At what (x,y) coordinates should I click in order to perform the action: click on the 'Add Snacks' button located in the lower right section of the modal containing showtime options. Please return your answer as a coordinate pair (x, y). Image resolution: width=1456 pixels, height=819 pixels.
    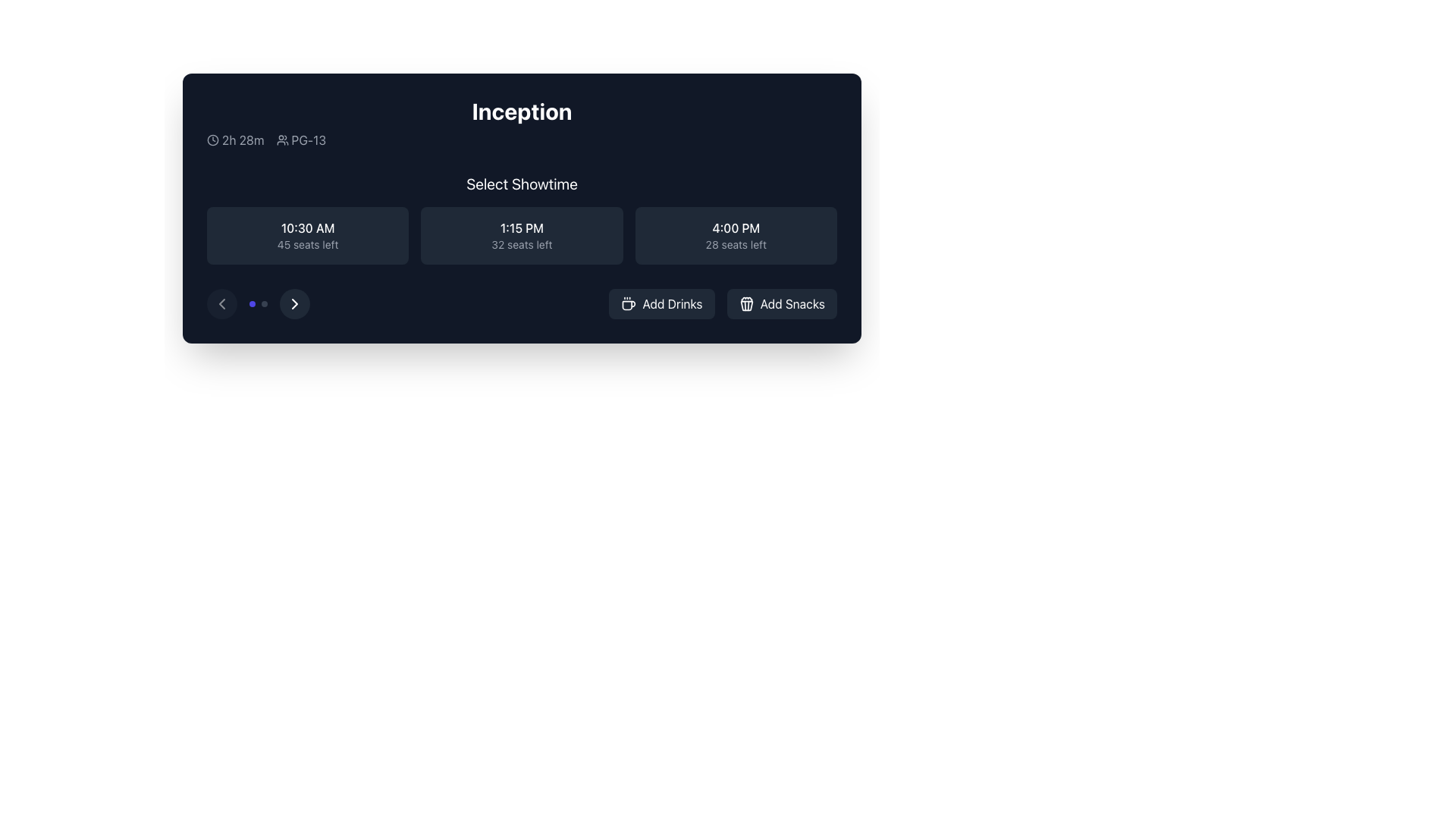
    Looking at the image, I should click on (792, 304).